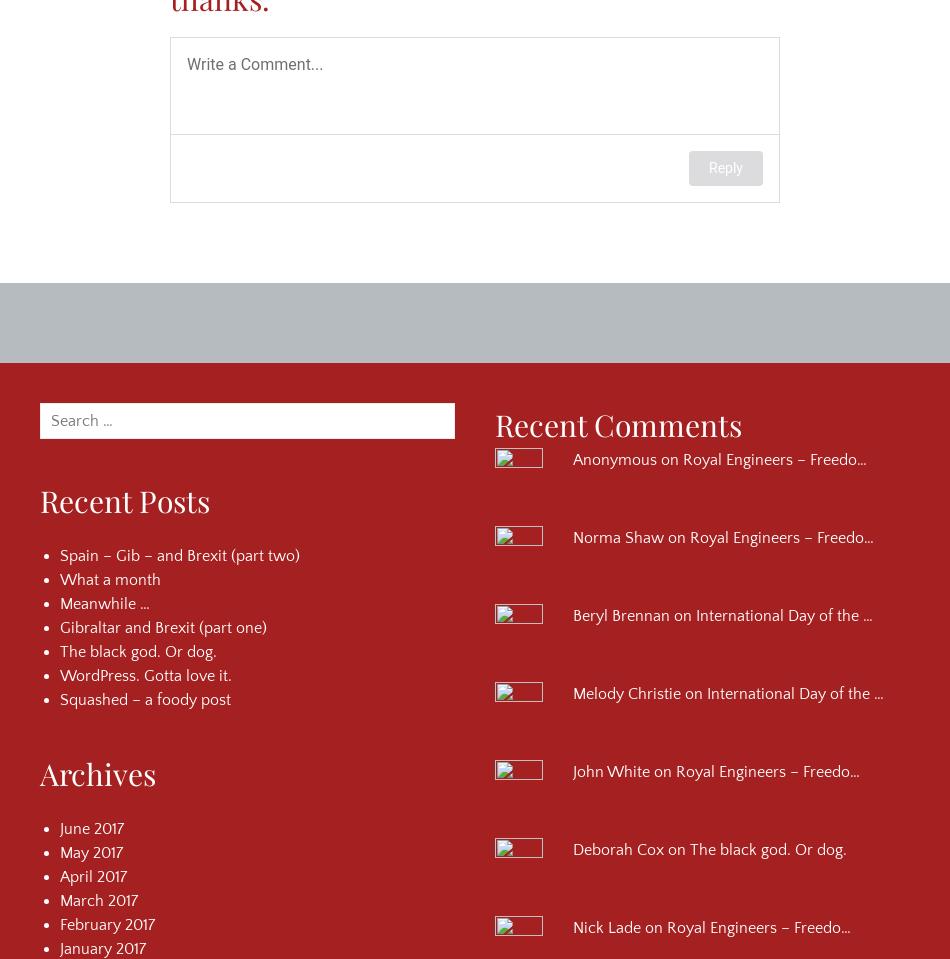  What do you see at coordinates (60, 698) in the screenshot?
I see `'Squashed – a foody post'` at bounding box center [60, 698].